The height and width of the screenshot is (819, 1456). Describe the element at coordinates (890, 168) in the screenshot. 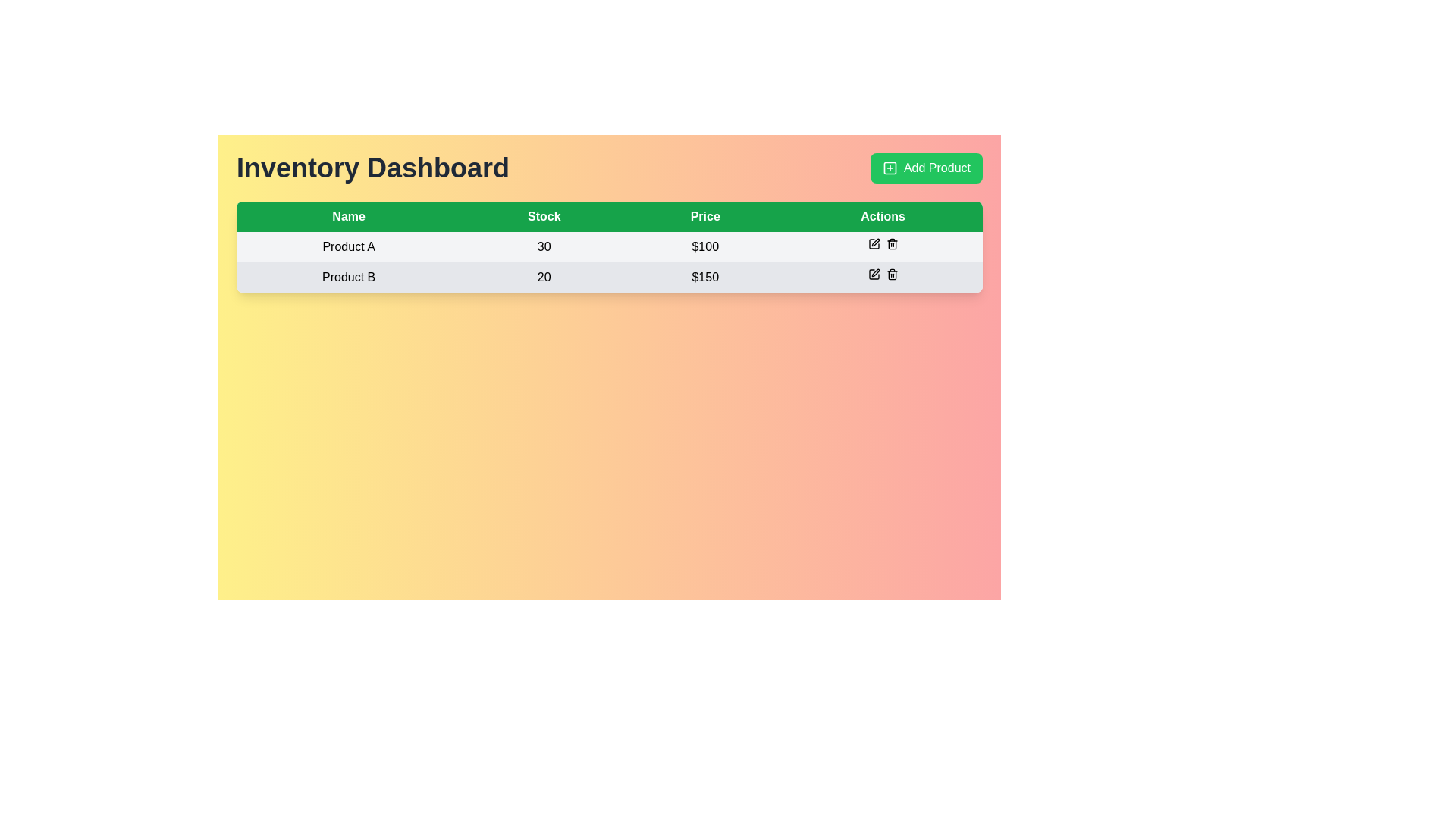

I see `the 'Add Product' button which contains a green square icon with rounded corners, part of a plus symbol, located in the top-right corner of the interface` at that location.